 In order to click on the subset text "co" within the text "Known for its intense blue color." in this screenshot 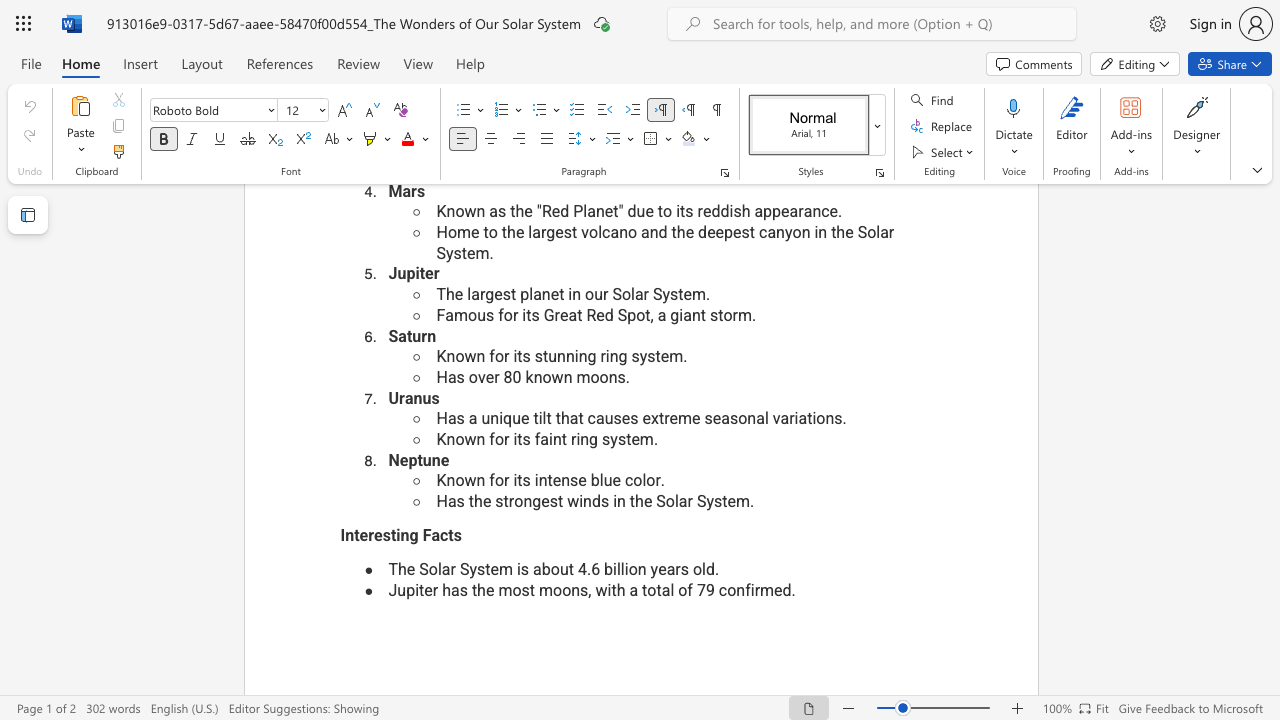, I will do `click(623, 480)`.